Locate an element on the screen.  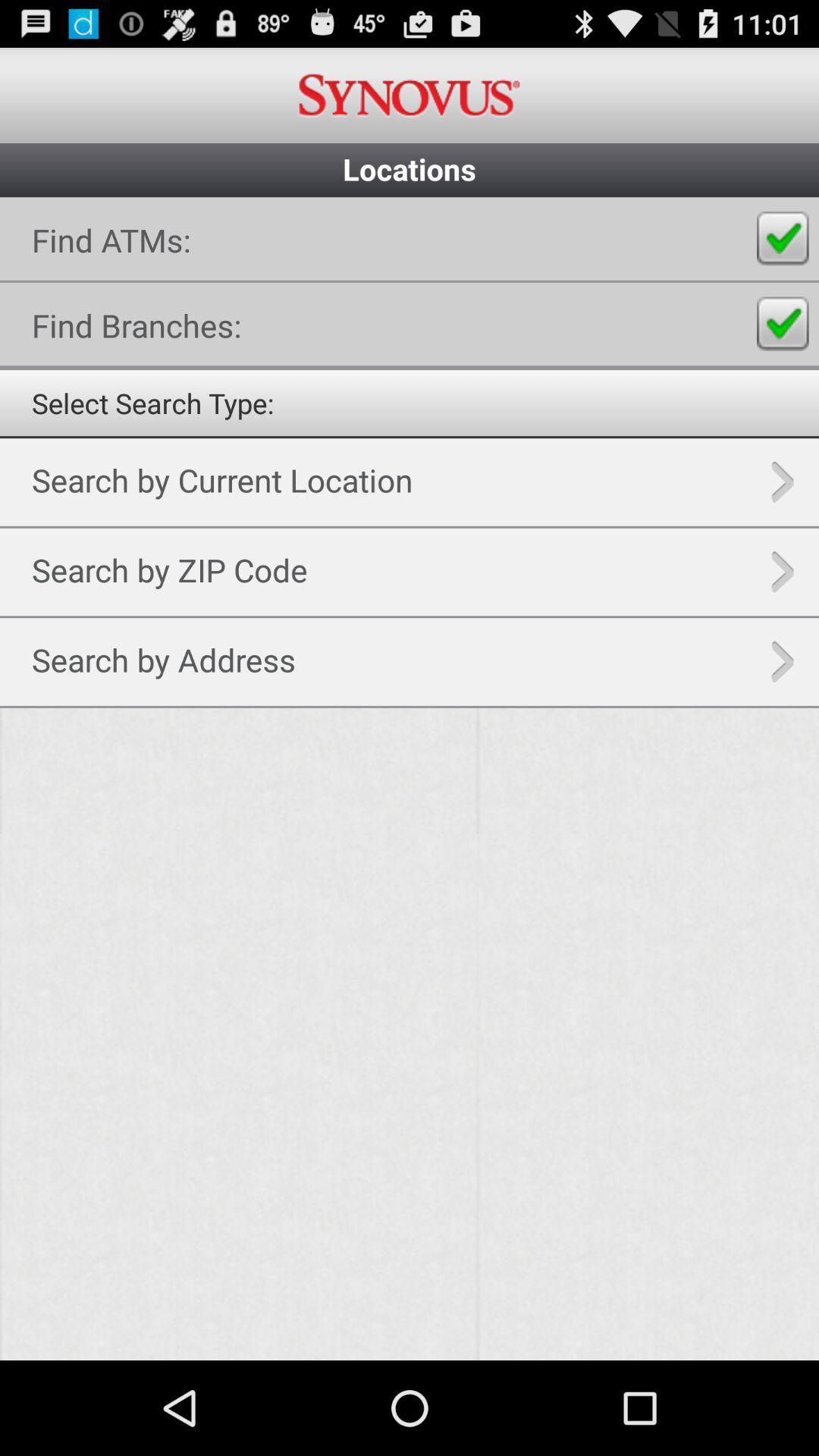
synovus locations page is located at coordinates (409, 779).